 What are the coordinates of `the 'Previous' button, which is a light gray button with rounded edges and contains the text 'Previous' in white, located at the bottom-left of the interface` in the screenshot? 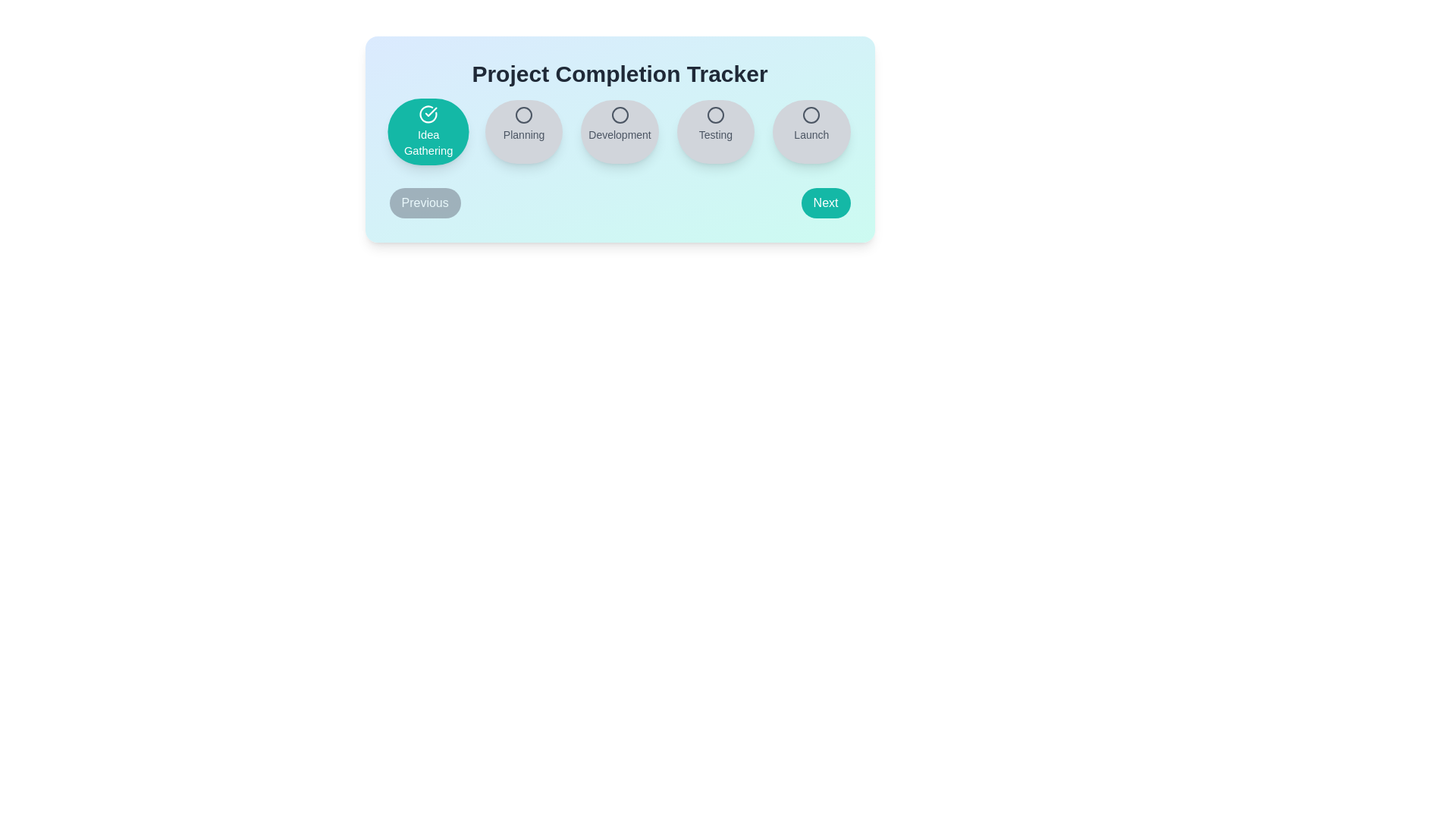 It's located at (425, 202).